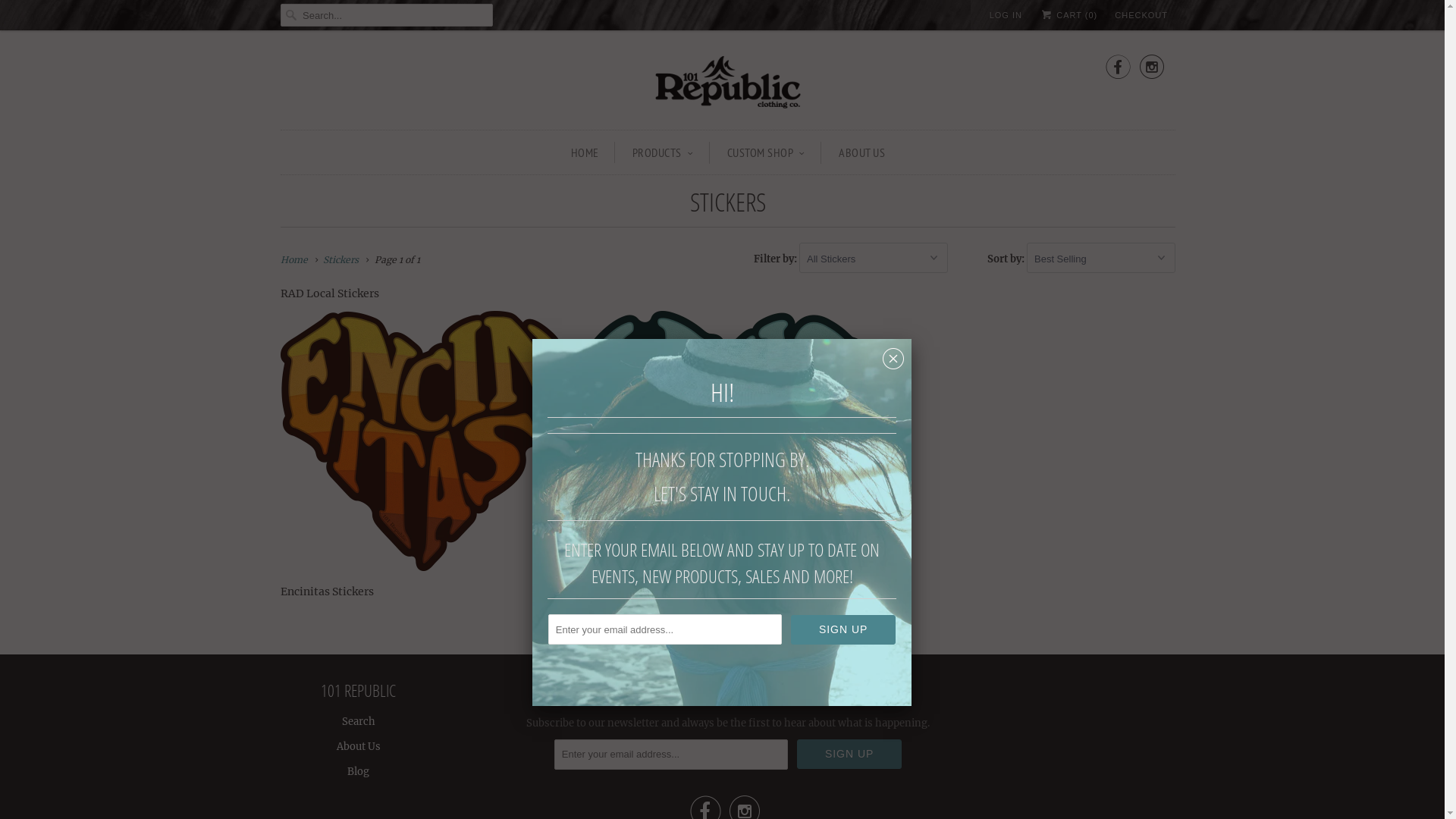  What do you see at coordinates (357, 771) in the screenshot?
I see `'Blog'` at bounding box center [357, 771].